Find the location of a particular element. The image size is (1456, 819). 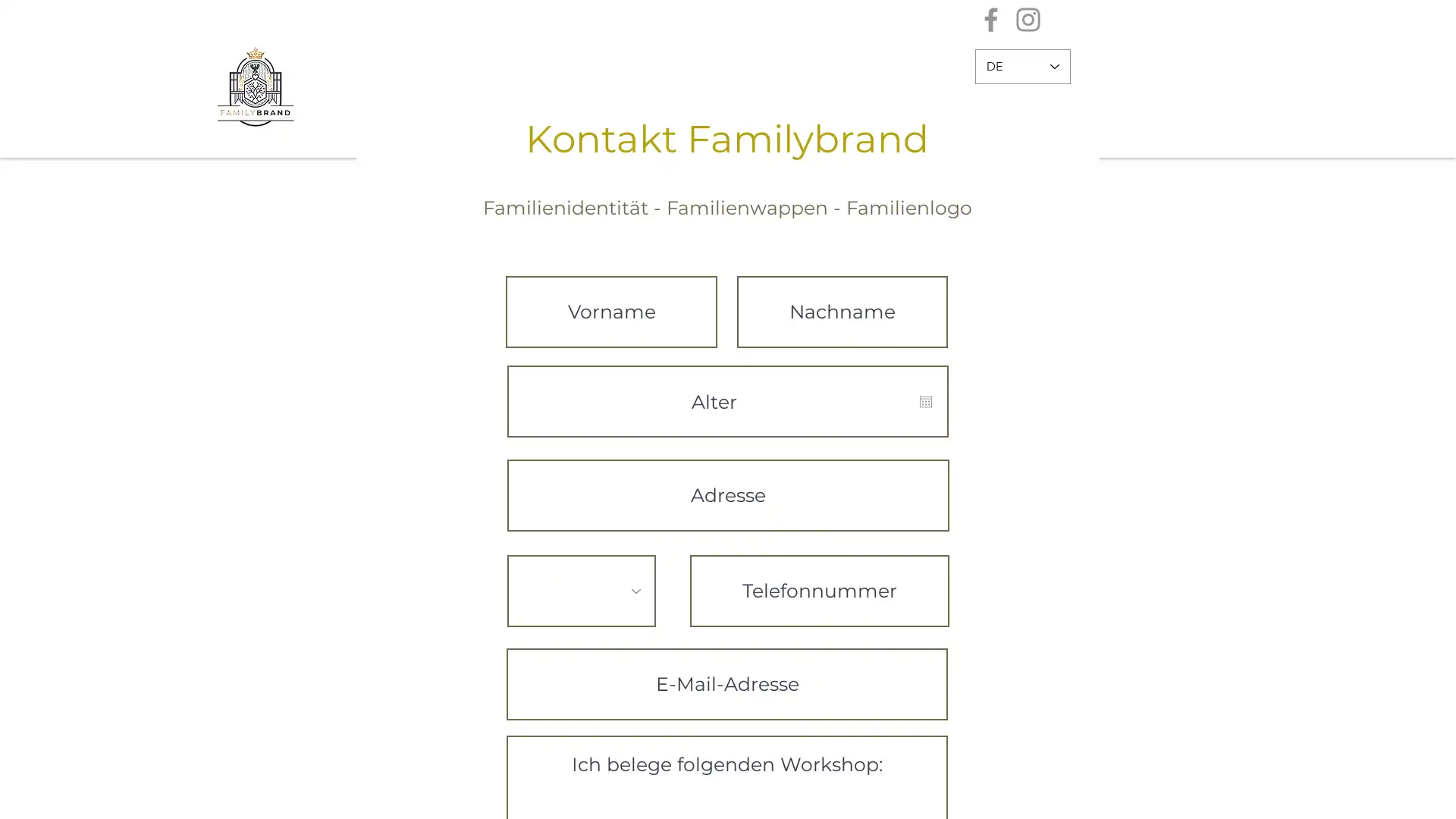

Schlieen is located at coordinates (1437, 794).